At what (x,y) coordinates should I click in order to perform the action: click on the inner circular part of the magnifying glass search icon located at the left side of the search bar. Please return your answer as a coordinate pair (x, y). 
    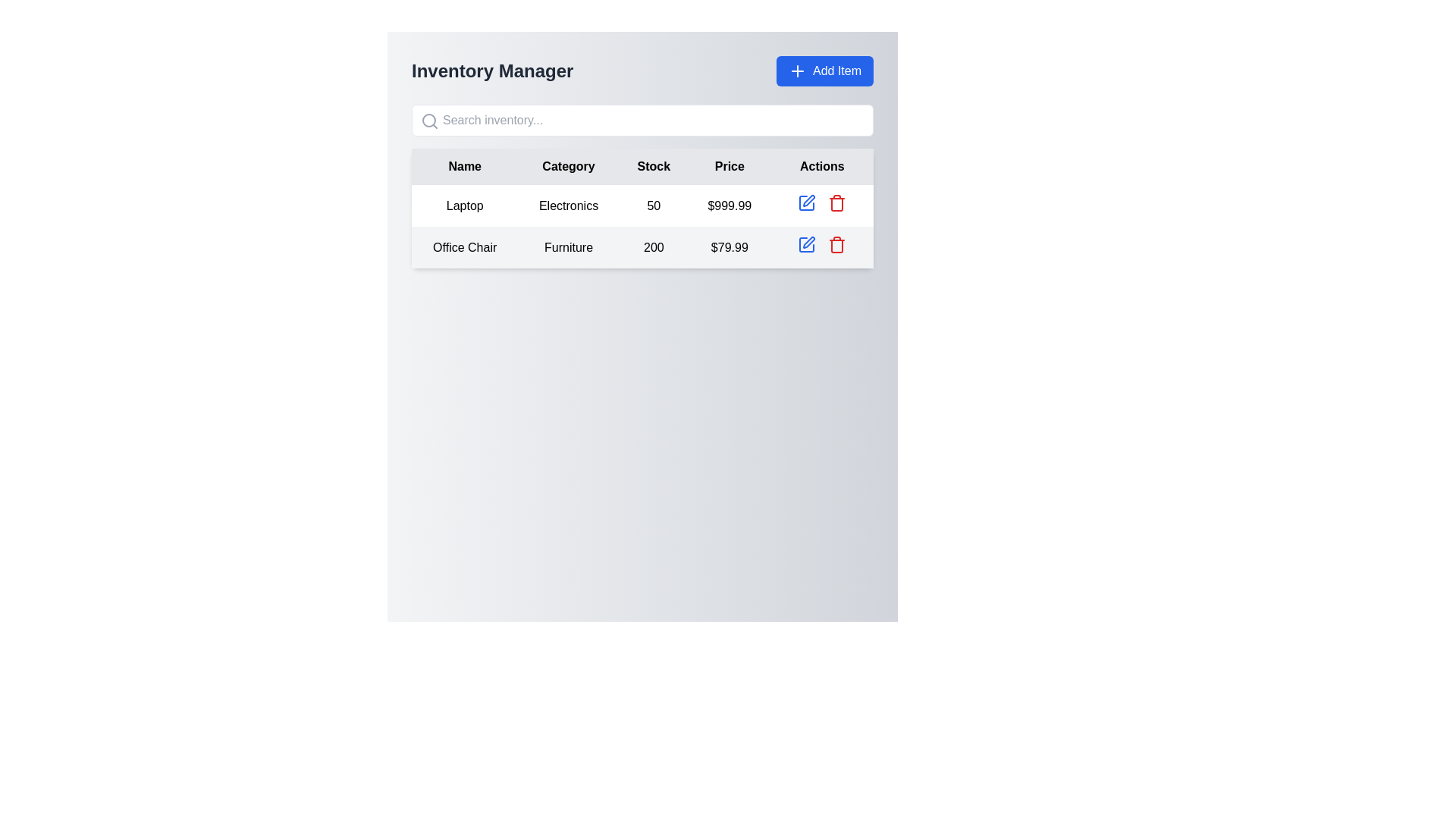
    Looking at the image, I should click on (428, 119).